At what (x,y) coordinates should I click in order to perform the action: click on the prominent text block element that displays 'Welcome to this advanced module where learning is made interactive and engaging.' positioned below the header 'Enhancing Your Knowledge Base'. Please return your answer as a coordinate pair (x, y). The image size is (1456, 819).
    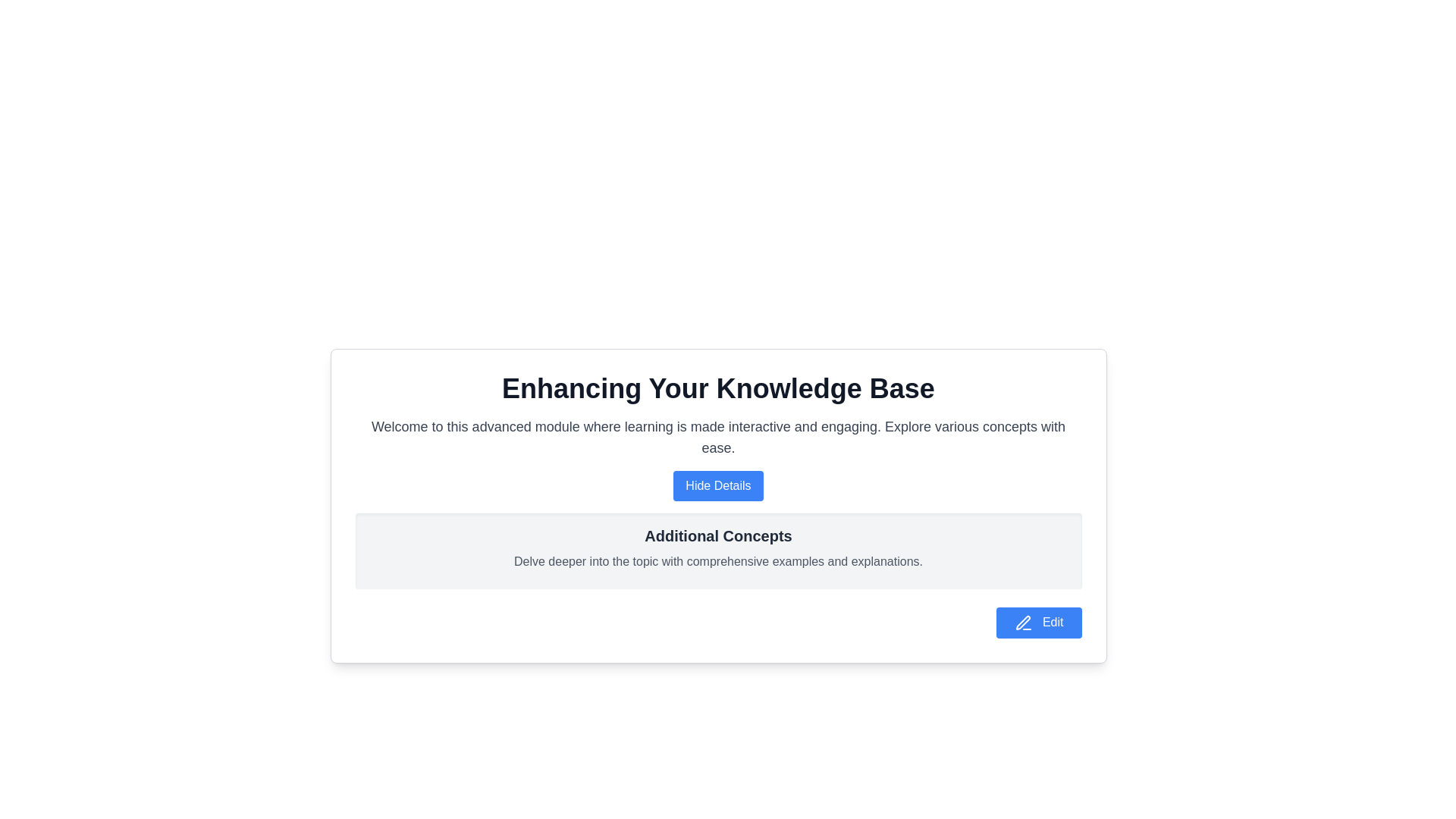
    Looking at the image, I should click on (717, 438).